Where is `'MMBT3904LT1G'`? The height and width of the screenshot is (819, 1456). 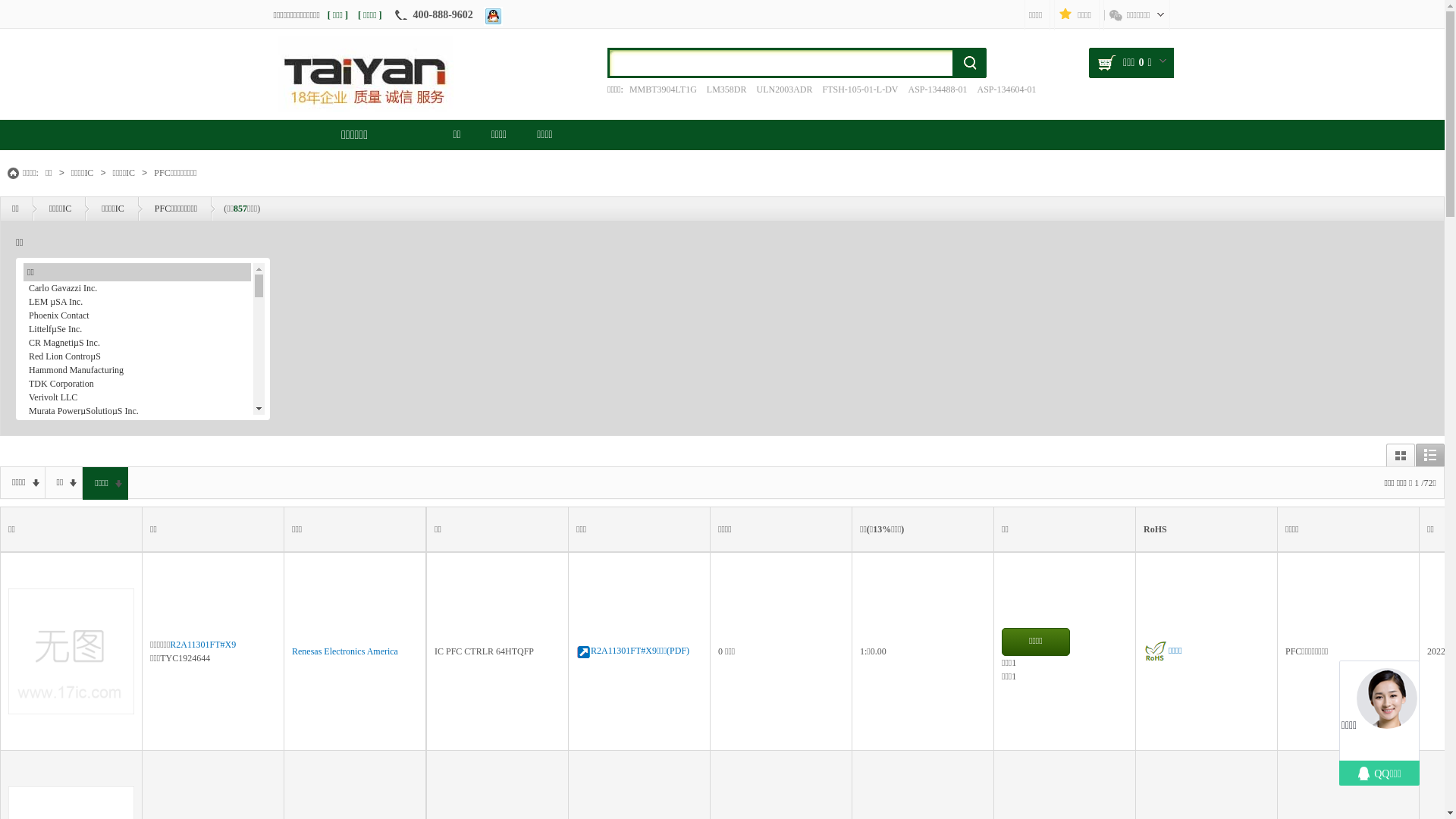 'MMBT3904LT1G' is located at coordinates (663, 89).